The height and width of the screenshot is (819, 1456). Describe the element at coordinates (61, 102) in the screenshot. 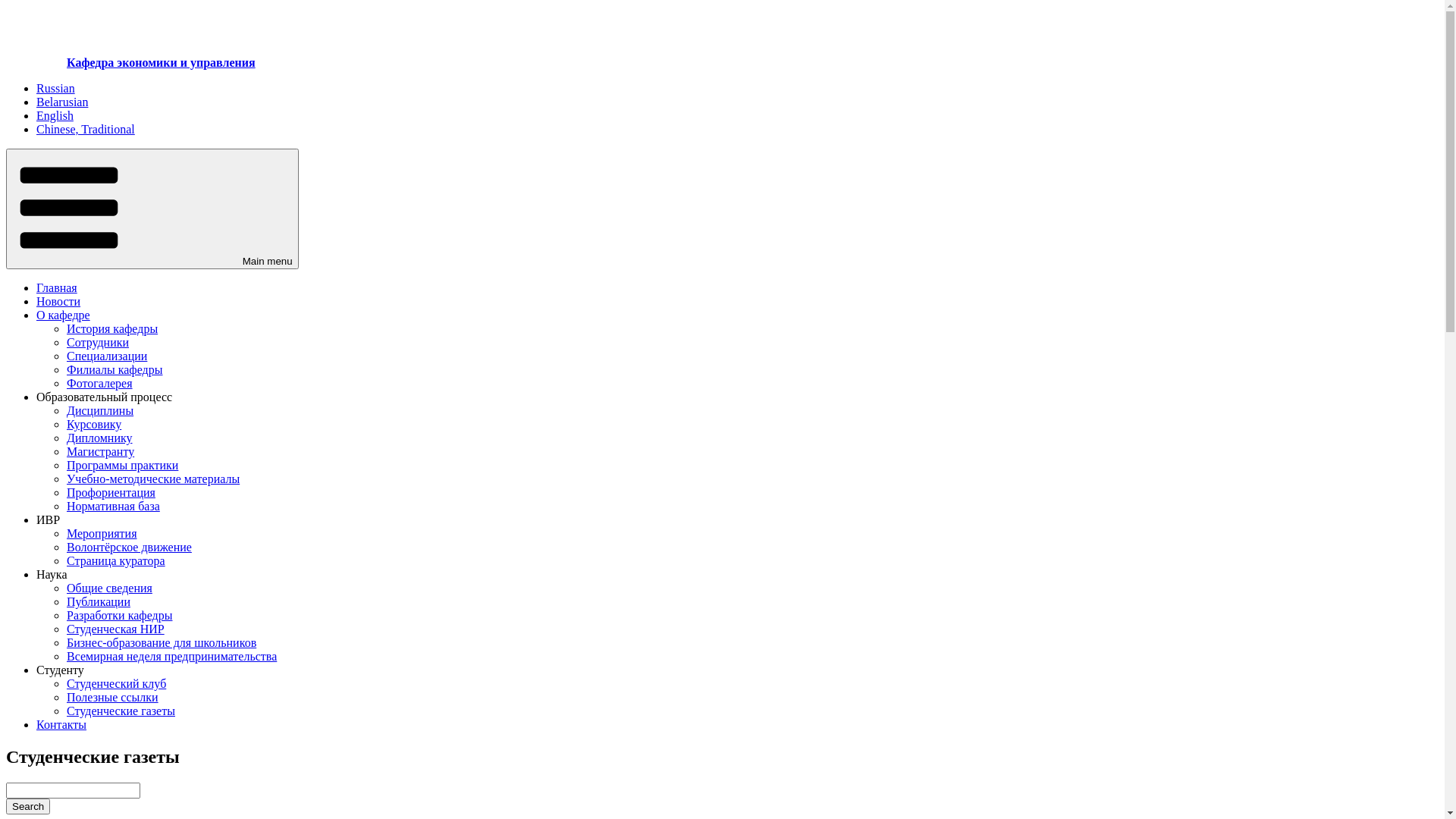

I see `'Belarusian'` at that location.